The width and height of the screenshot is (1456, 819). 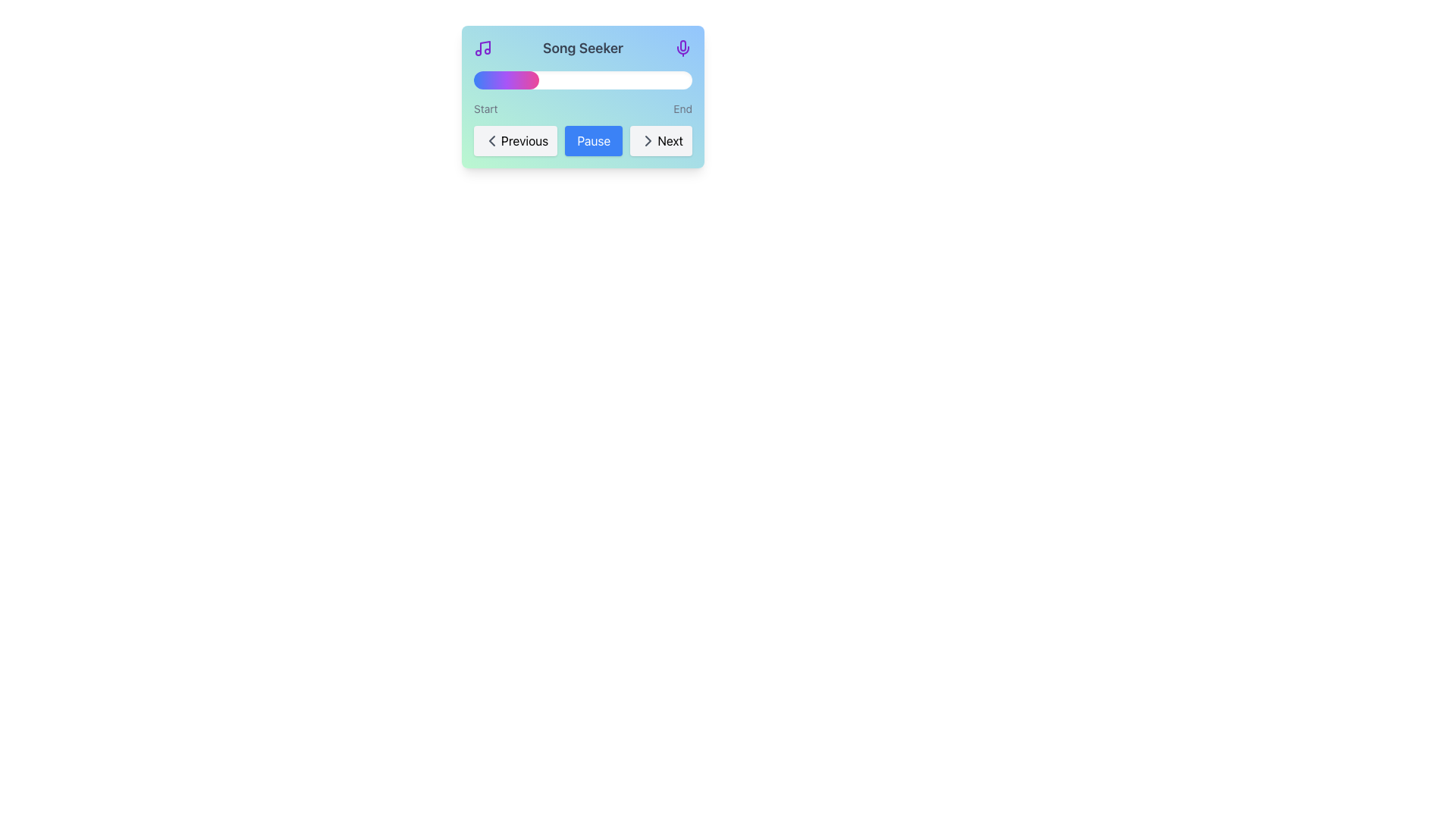 I want to click on the navigation icon aligned to the right side of the 'Next' button within the 'Song Seeker' interface component, so click(x=648, y=140).